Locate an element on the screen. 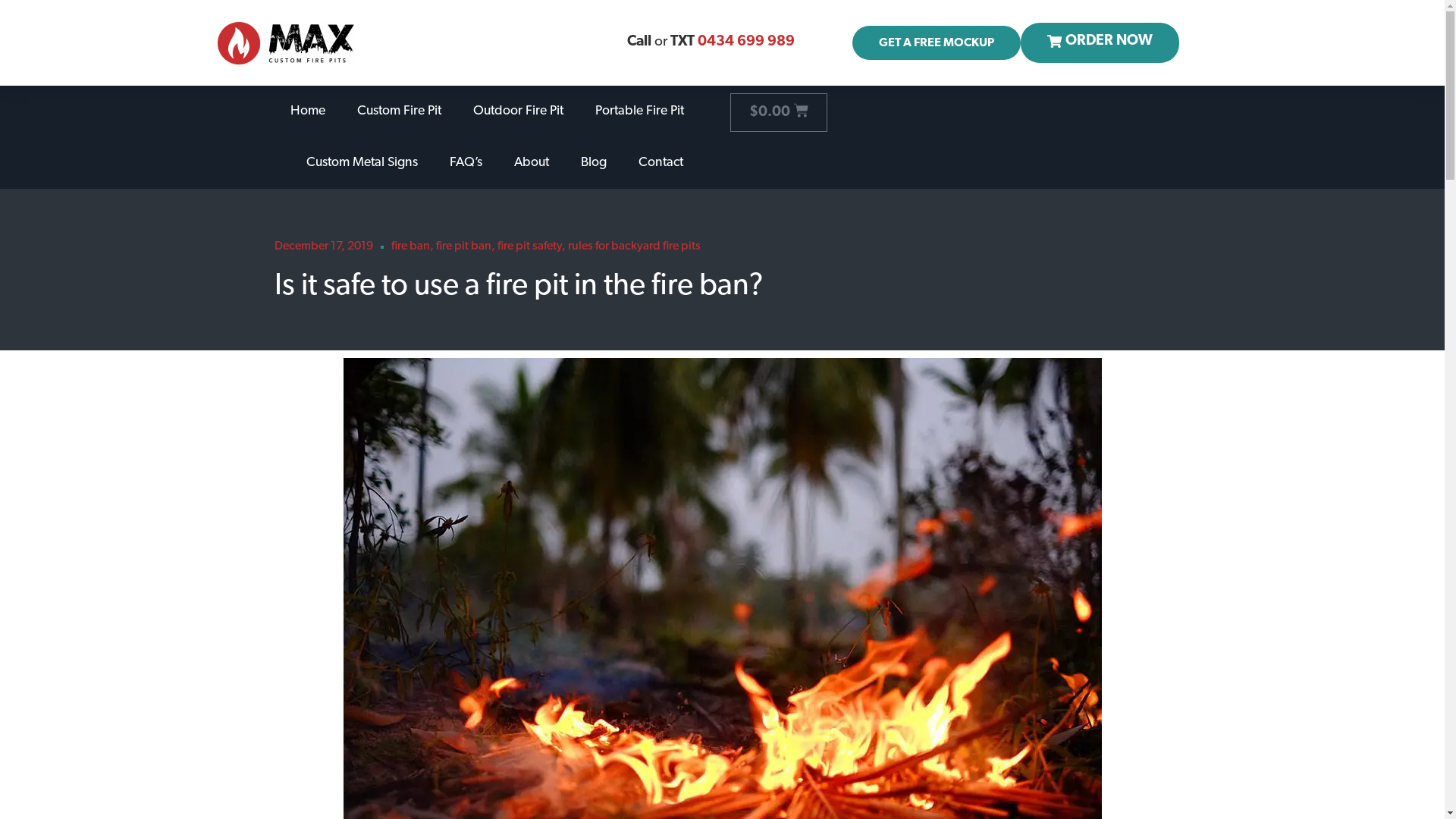 The image size is (1456, 819). 'GET A FREE MOCKUP' is located at coordinates (935, 42).